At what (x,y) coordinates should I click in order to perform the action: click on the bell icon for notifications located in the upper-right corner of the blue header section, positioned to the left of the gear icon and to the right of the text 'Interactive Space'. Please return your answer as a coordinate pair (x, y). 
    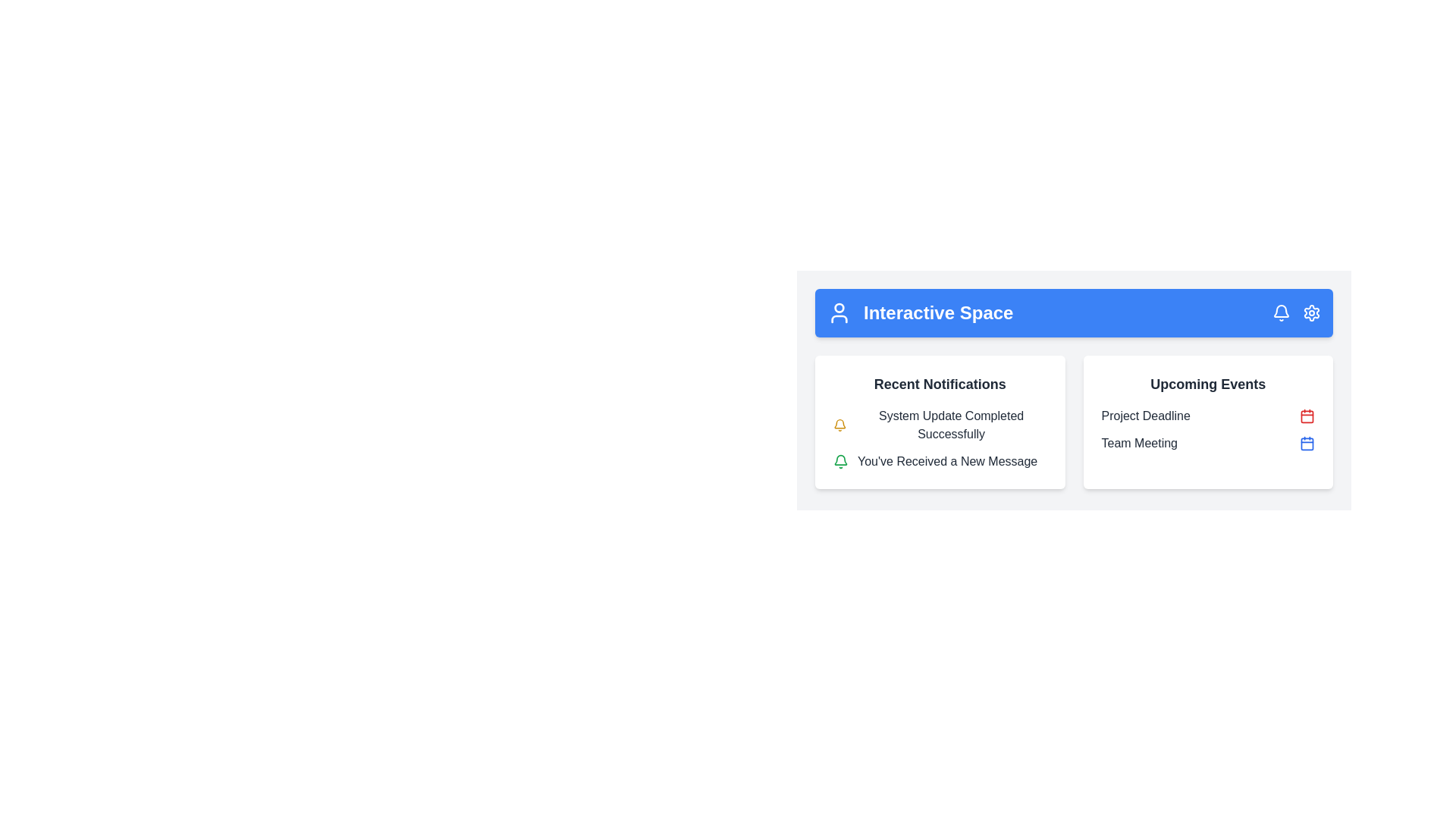
    Looking at the image, I should click on (1280, 310).